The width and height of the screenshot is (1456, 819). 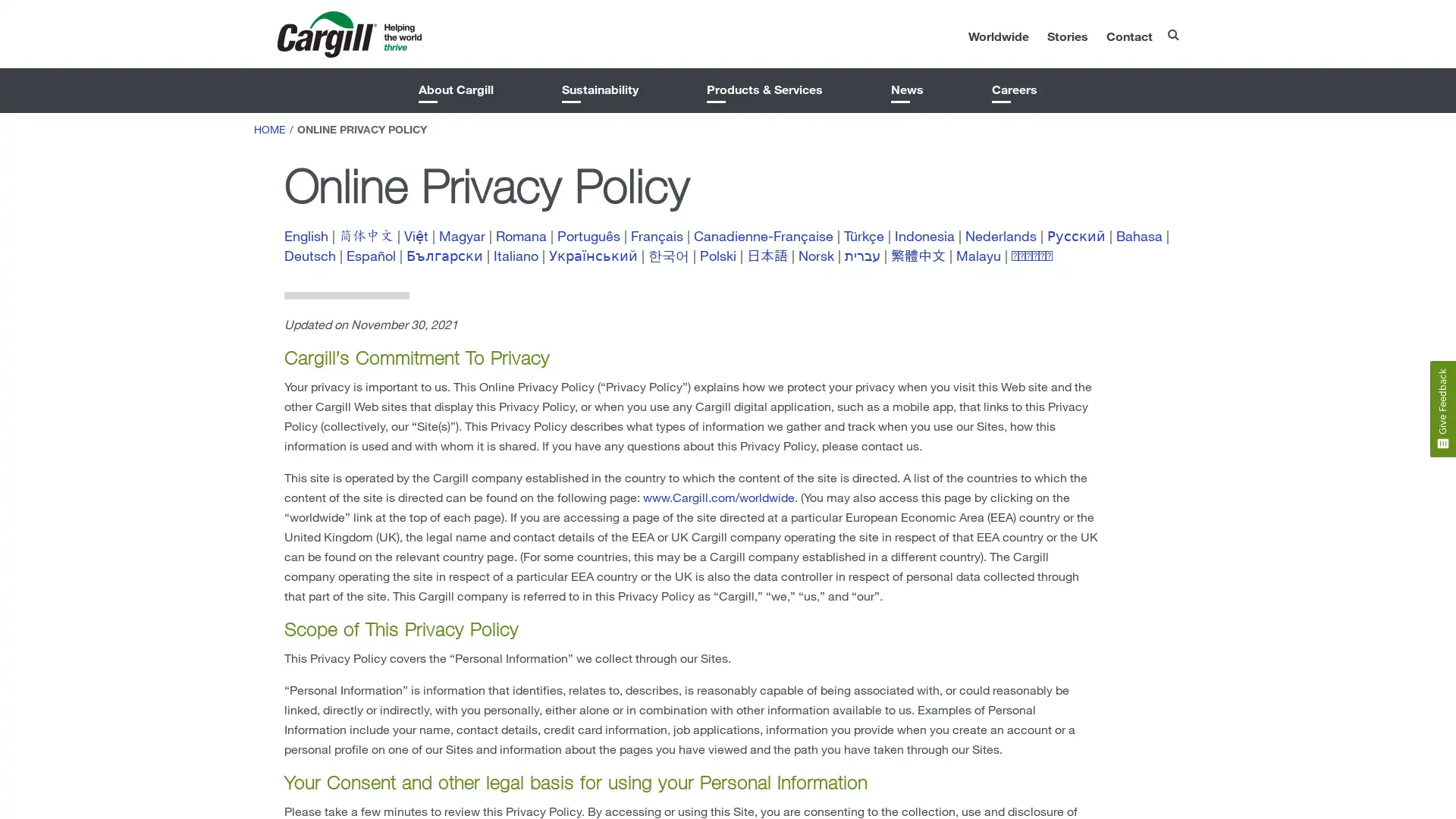 I want to click on Search, so click(x=1141, y=30).